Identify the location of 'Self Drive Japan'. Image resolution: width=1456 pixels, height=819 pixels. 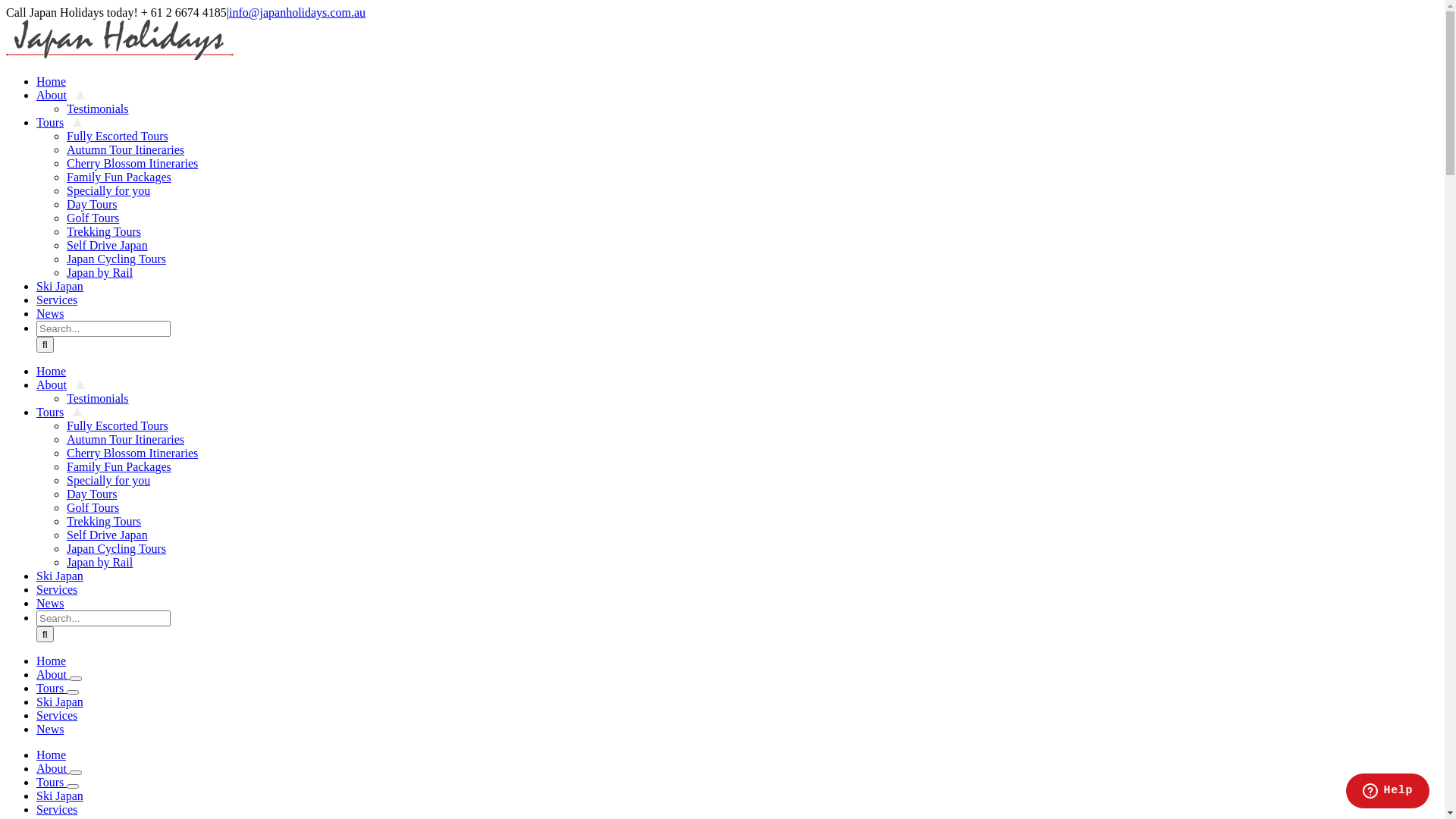
(106, 244).